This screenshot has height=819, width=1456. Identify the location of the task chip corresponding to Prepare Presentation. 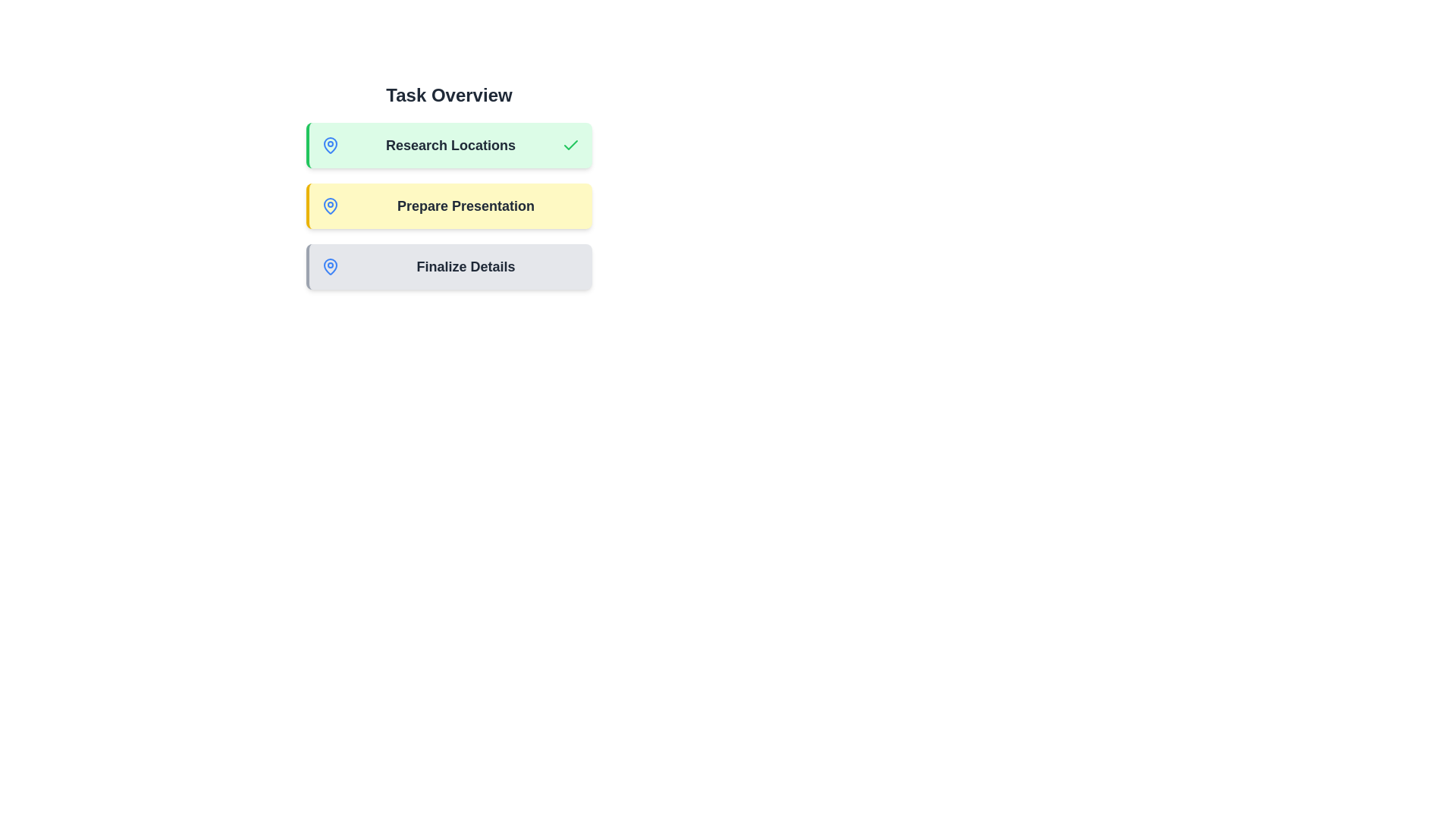
(448, 206).